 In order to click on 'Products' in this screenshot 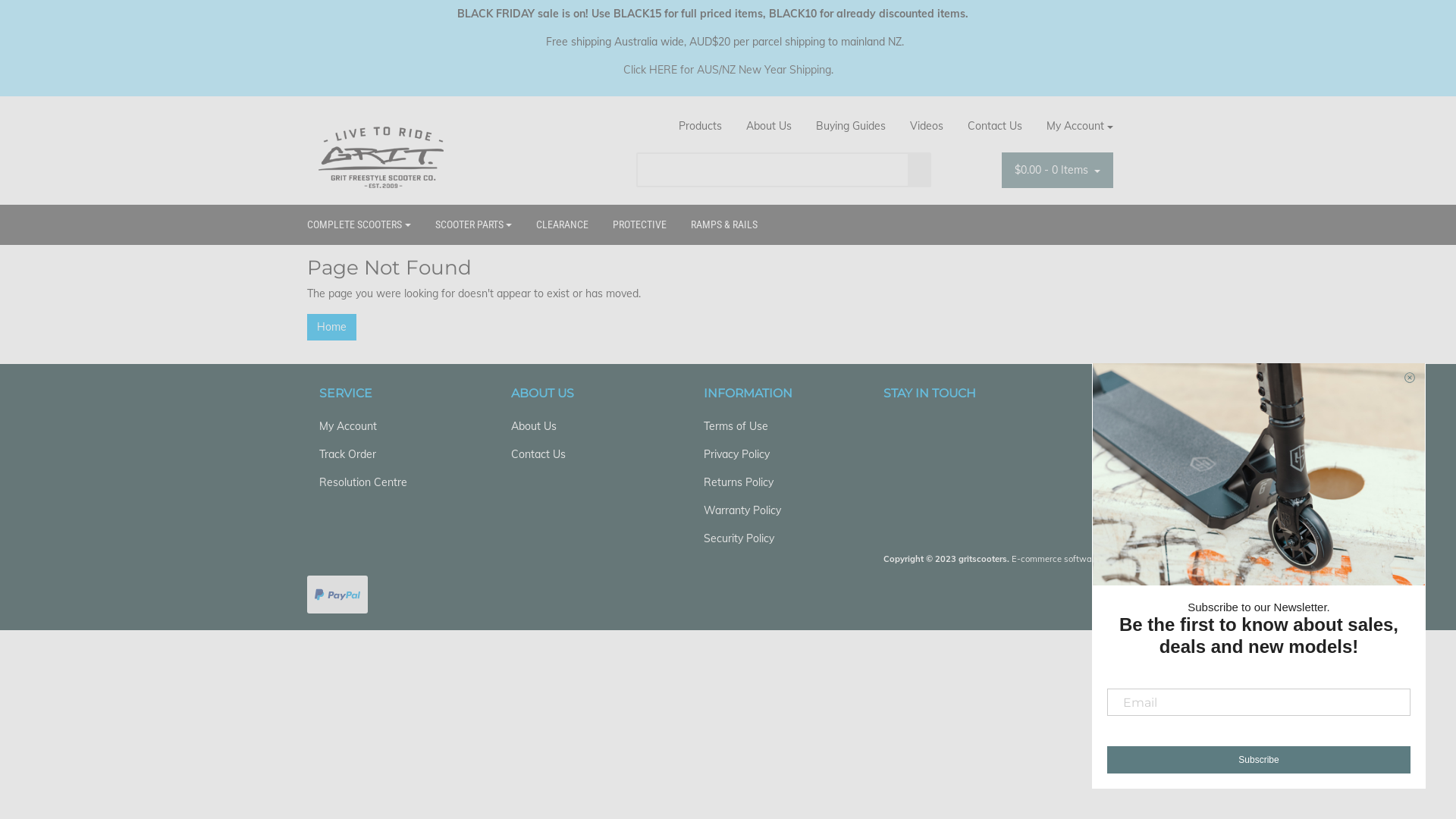, I will do `click(699, 125)`.